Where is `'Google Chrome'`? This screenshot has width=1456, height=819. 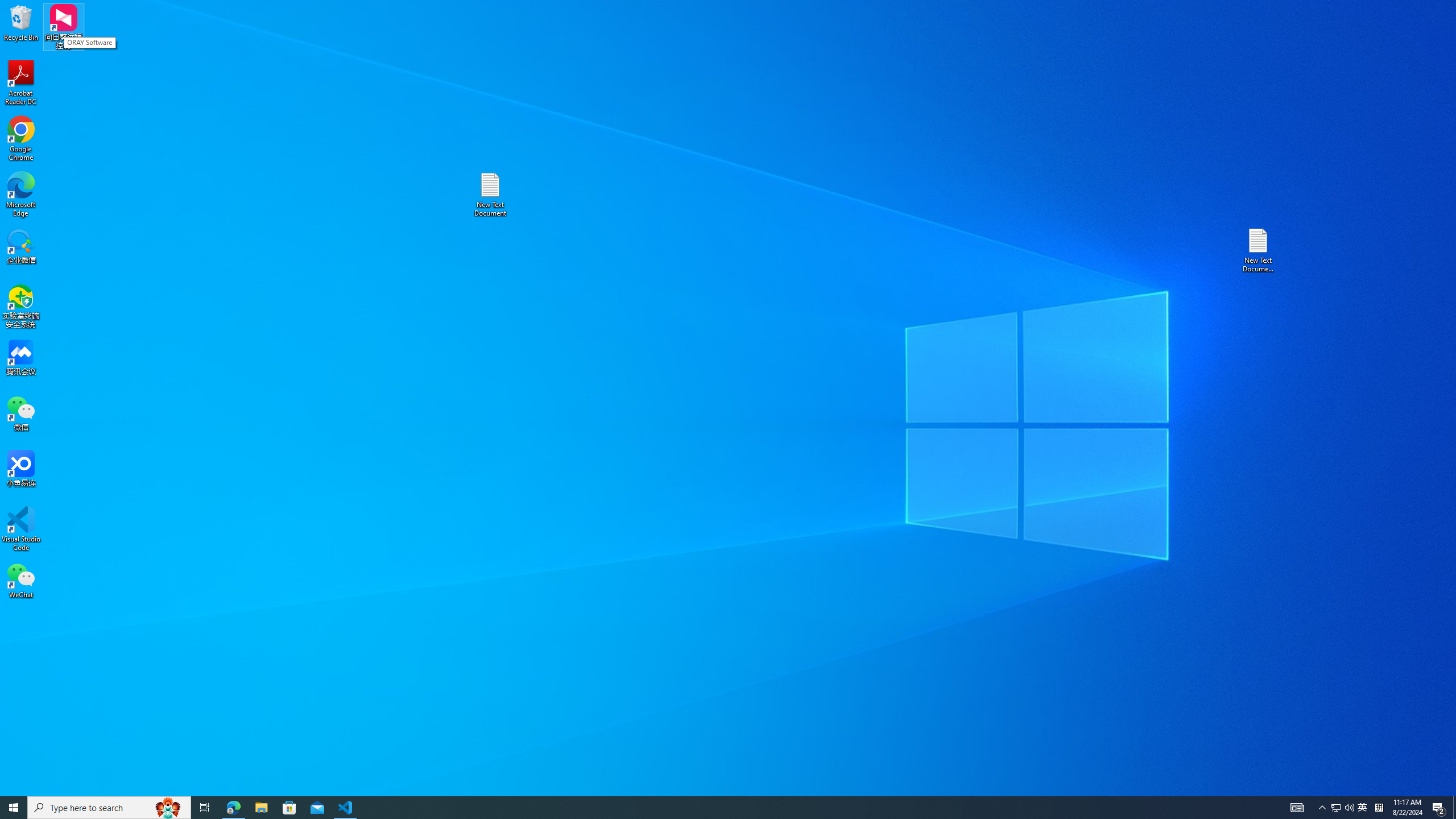
'Google Chrome' is located at coordinates (20, 139).